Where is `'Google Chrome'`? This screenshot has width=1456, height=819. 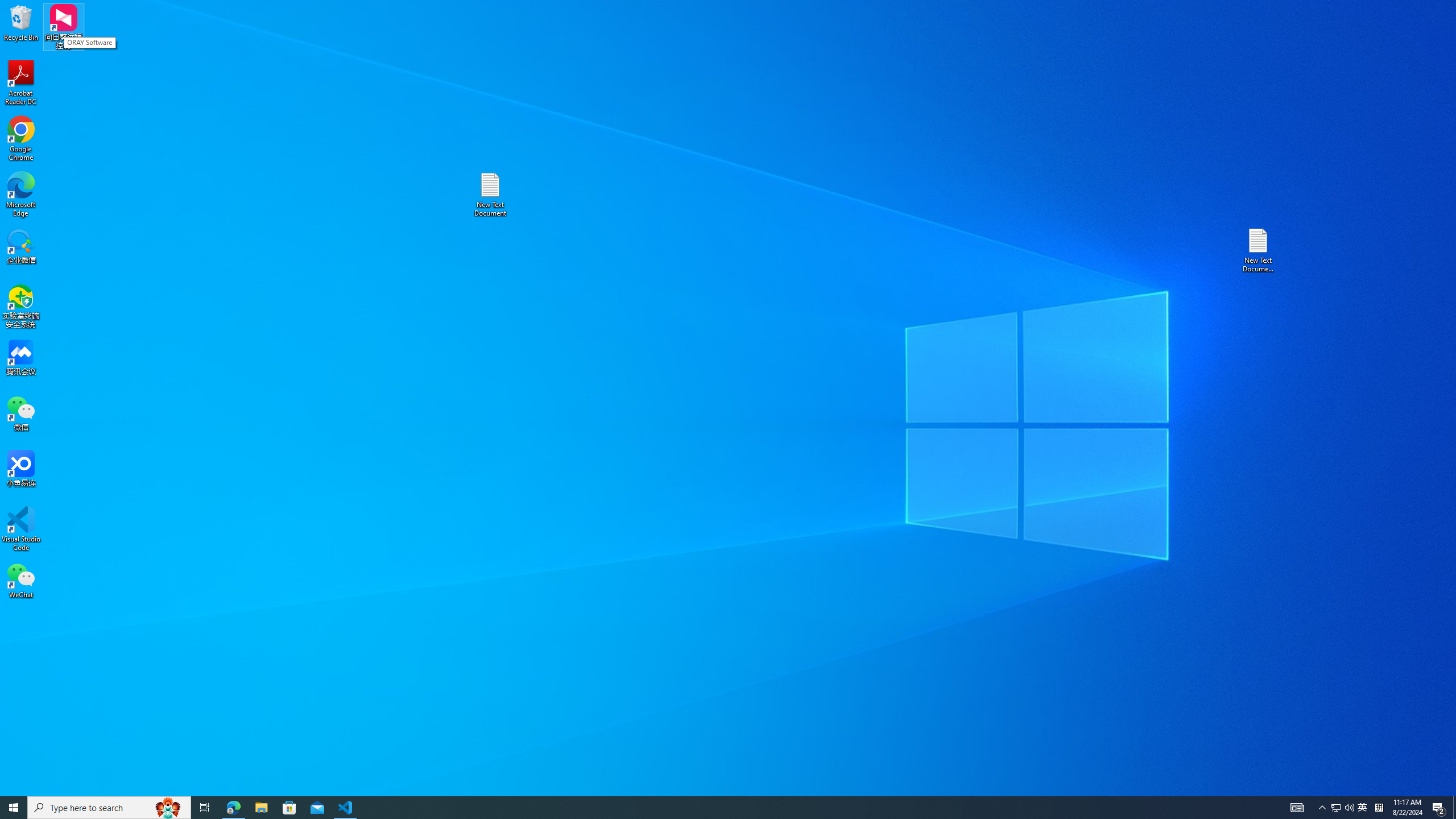
'Google Chrome' is located at coordinates (20, 139).